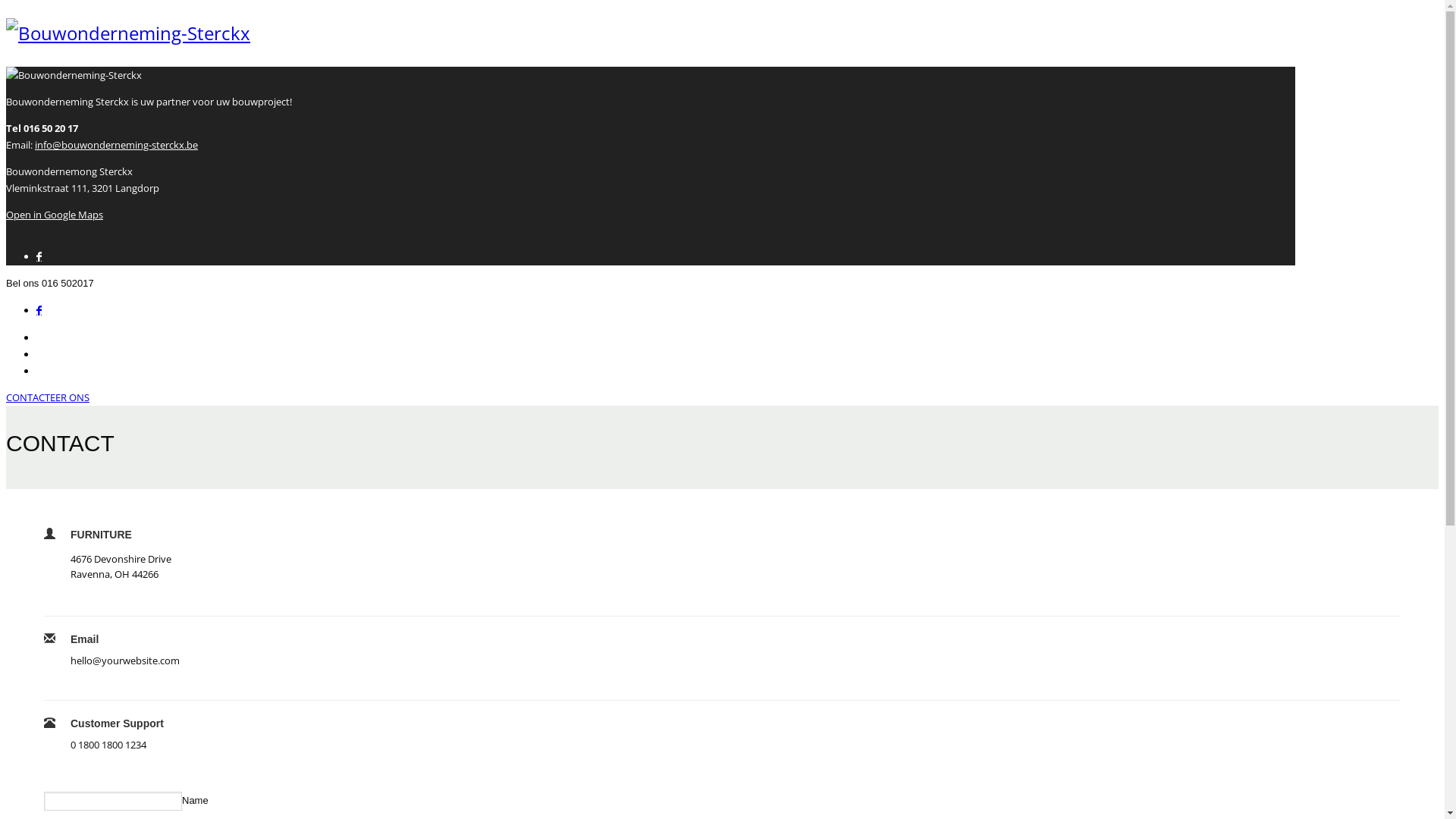 The width and height of the screenshot is (1456, 819). What do you see at coordinates (115, 145) in the screenshot?
I see `'info@bouwonderneming-sterckx.be'` at bounding box center [115, 145].